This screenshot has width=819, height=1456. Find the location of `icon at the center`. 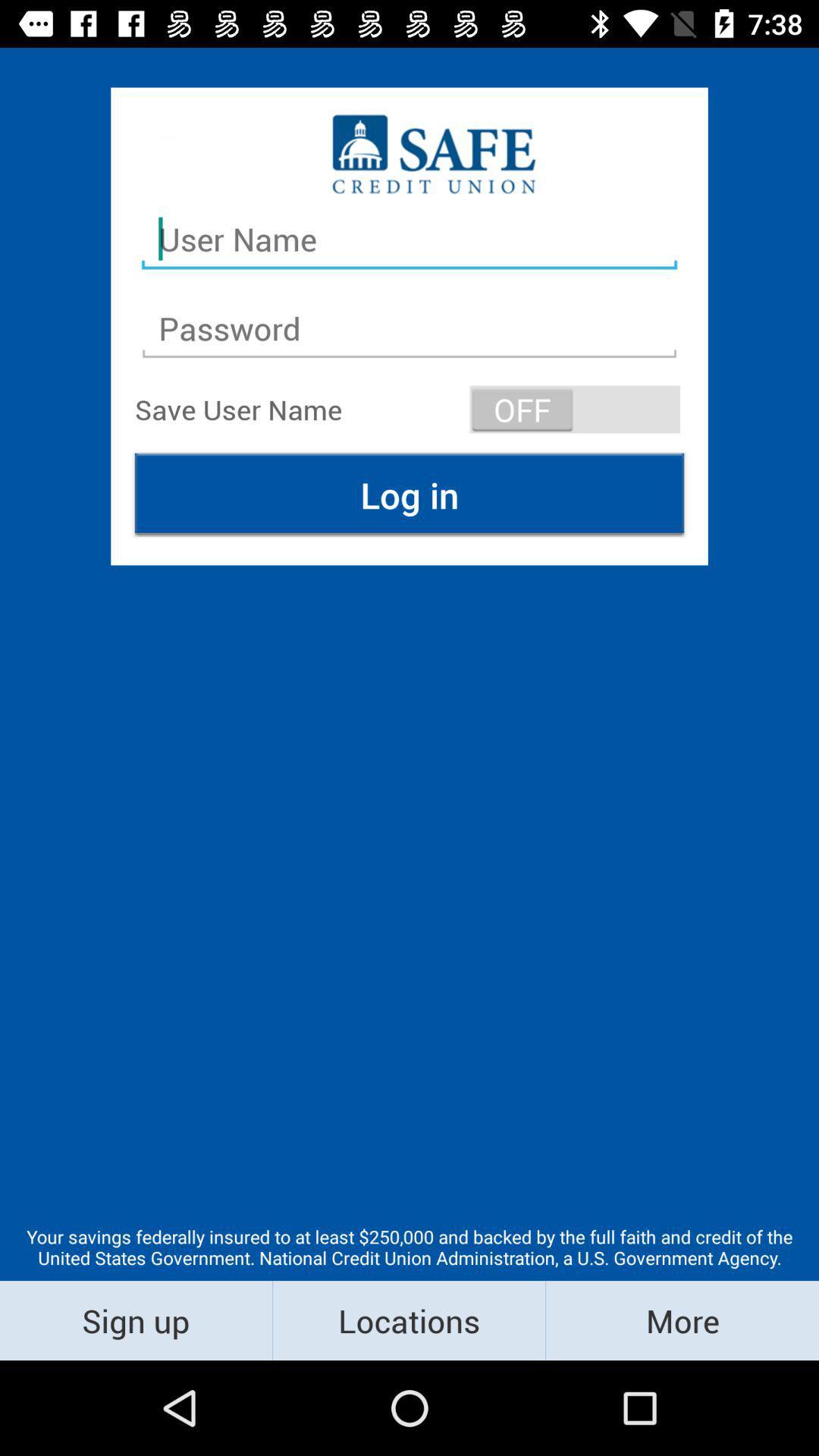

icon at the center is located at coordinates (409, 494).